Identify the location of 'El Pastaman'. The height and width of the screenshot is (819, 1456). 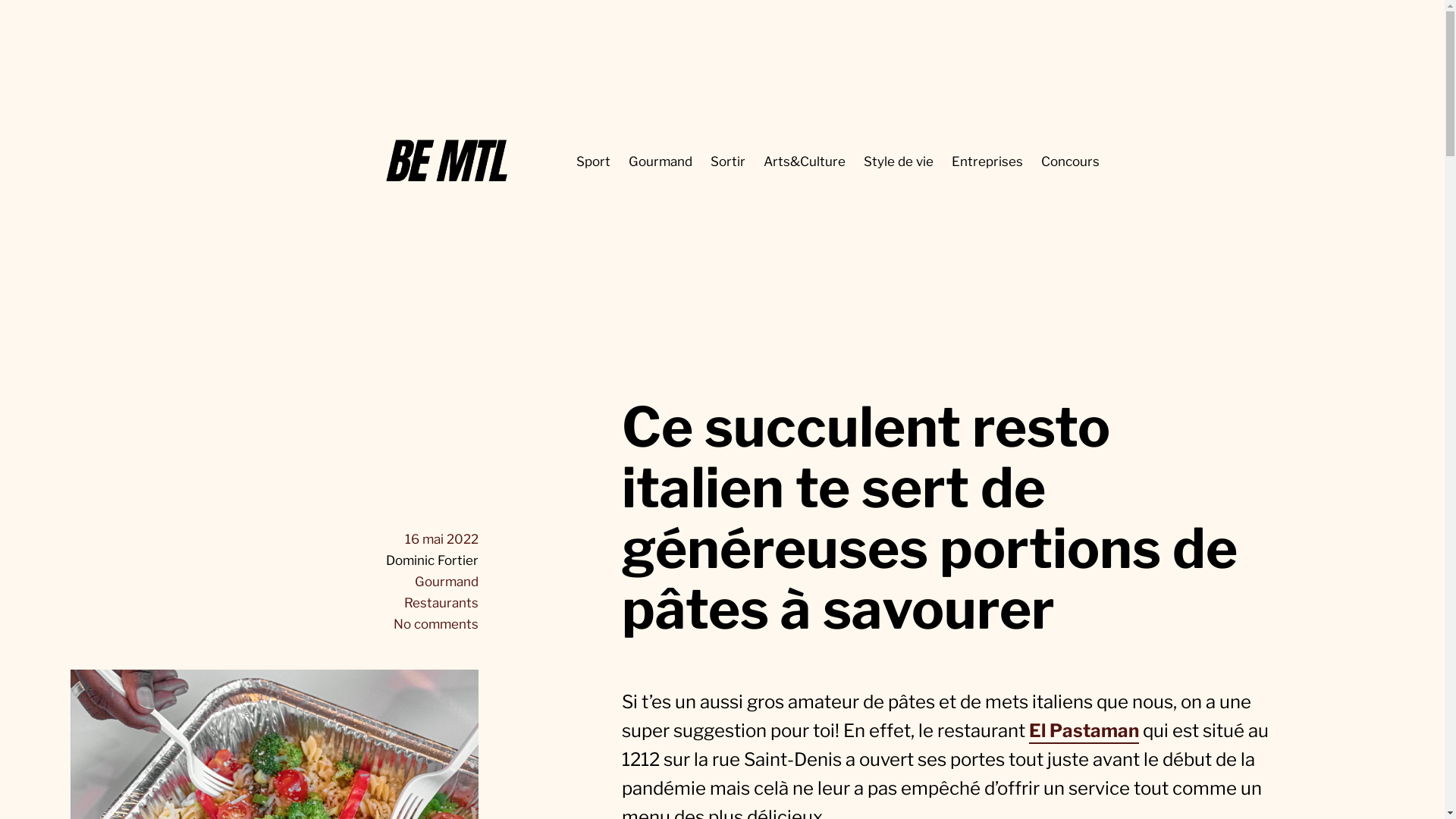
(1083, 730).